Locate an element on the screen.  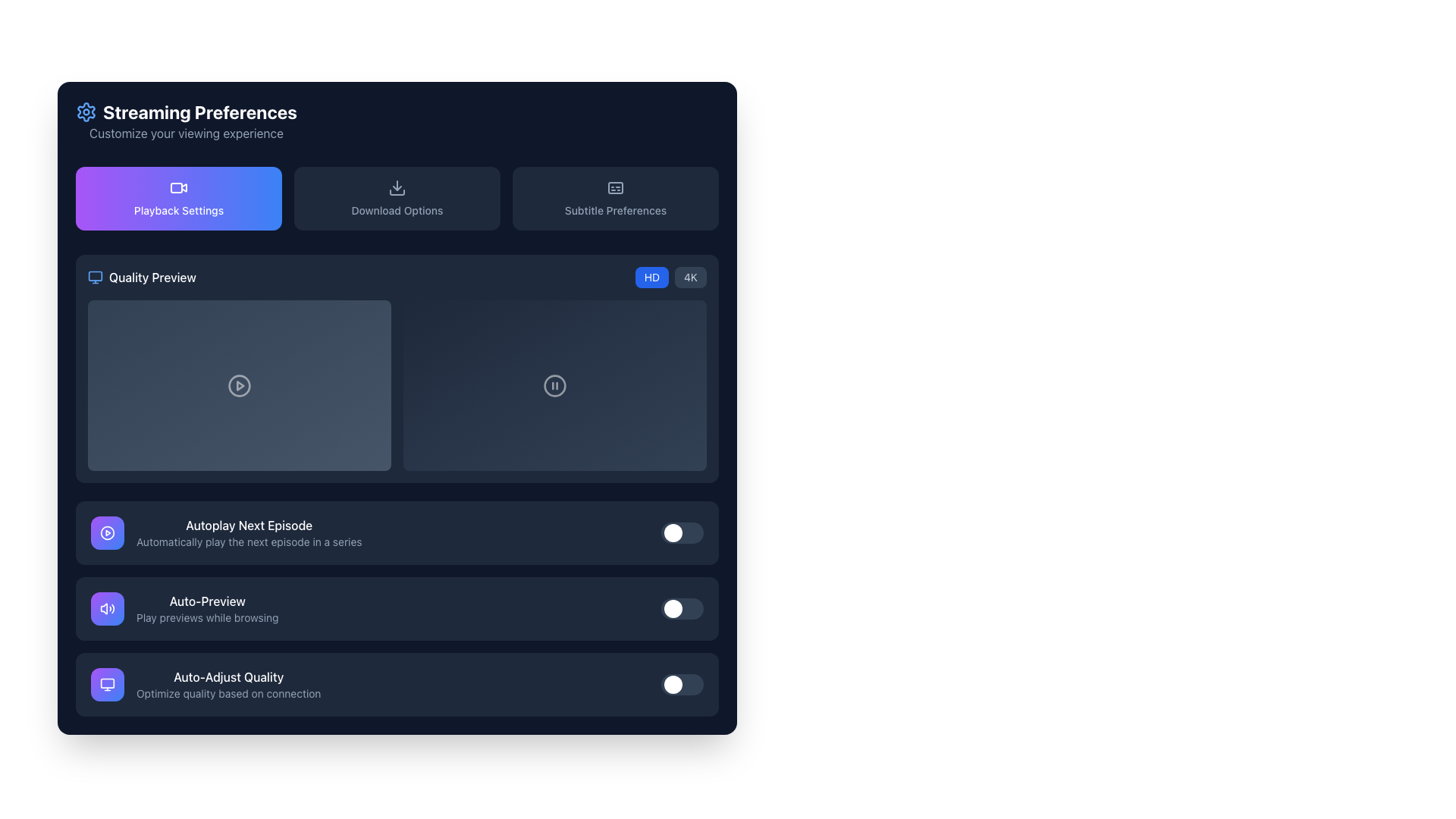
the blue-colored monitor icon with rounded corners and a stand, located to the left of the 'Quality Preview' text label is located at coordinates (94, 278).